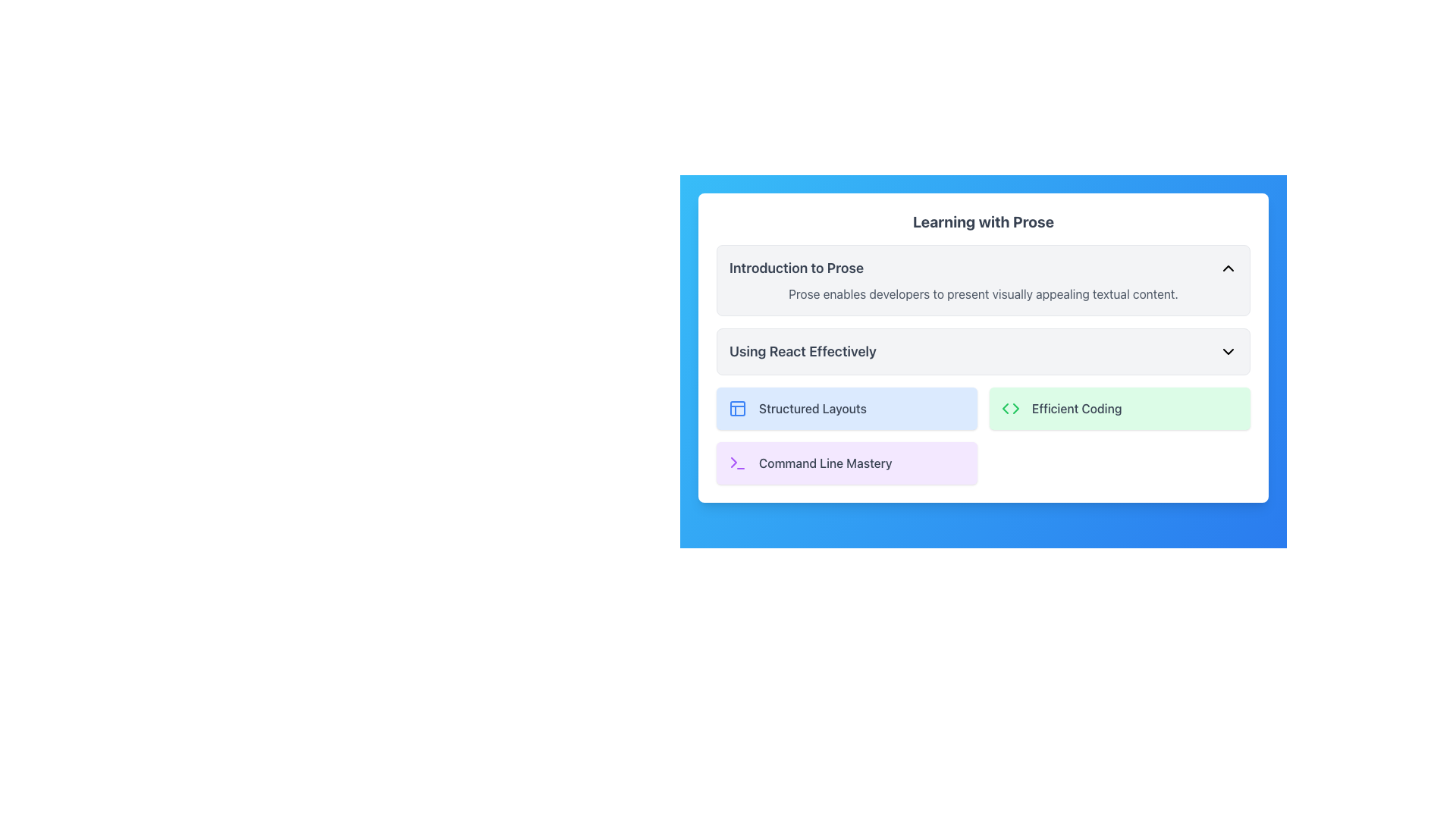  I want to click on the dropdown menu labeled 'Using React Effectively', so click(983, 351).